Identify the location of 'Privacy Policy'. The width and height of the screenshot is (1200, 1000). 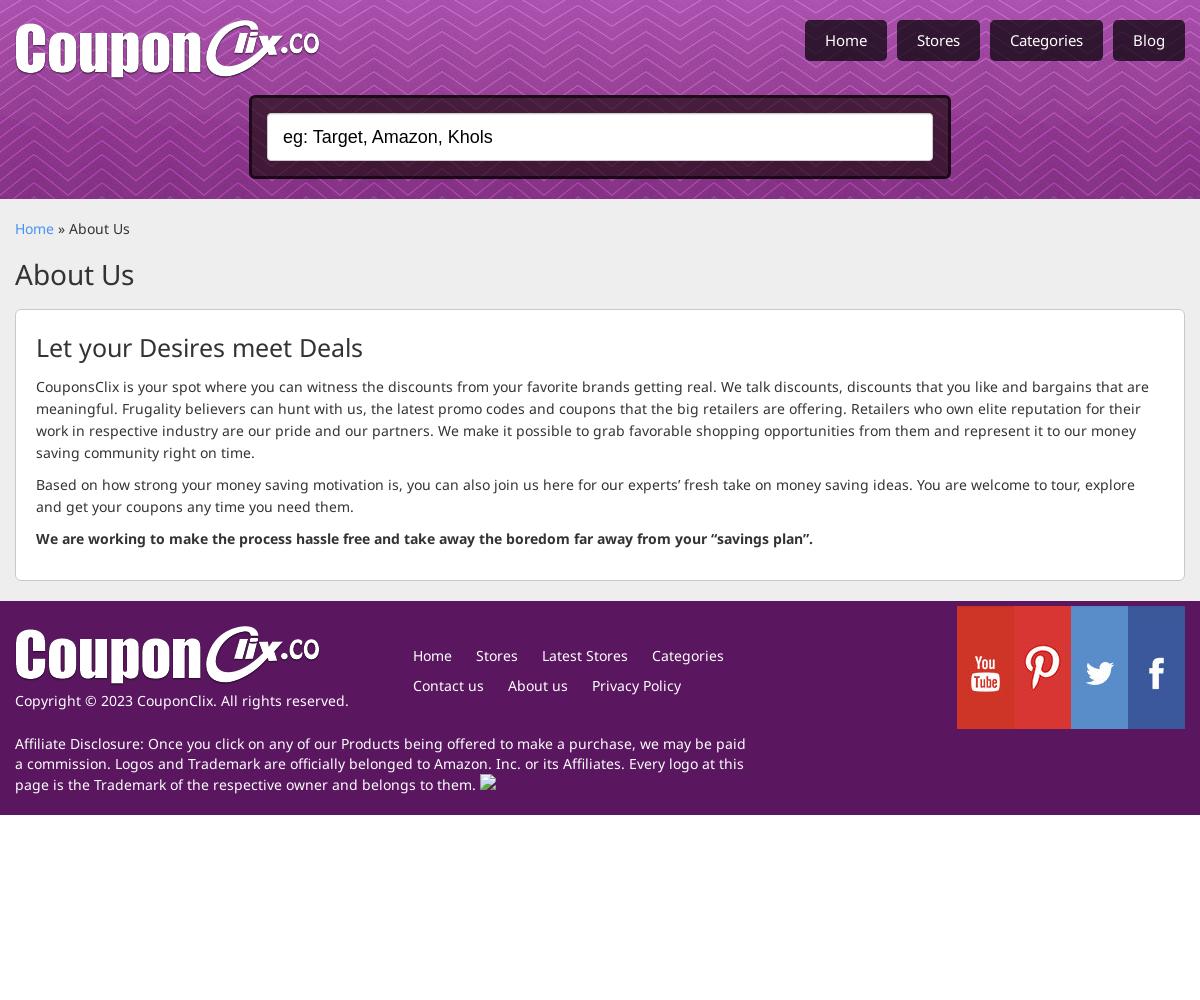
(635, 684).